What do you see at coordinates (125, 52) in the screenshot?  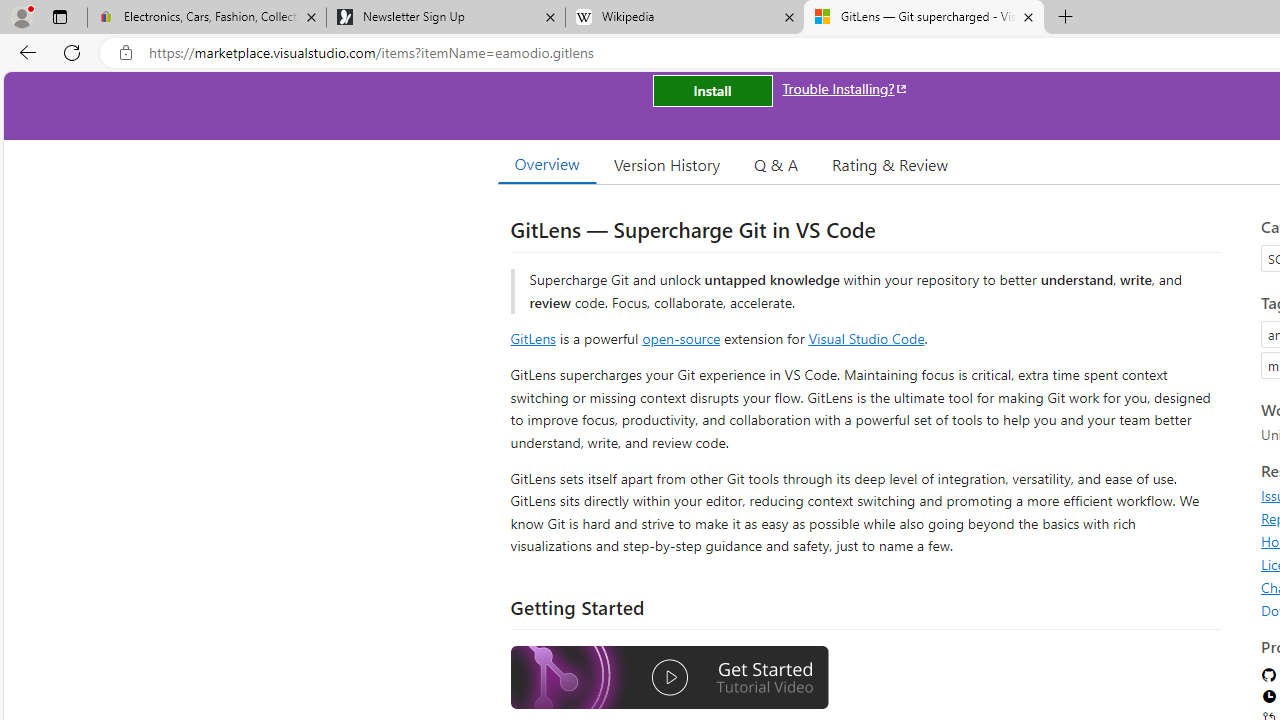 I see `'View site information'` at bounding box center [125, 52].